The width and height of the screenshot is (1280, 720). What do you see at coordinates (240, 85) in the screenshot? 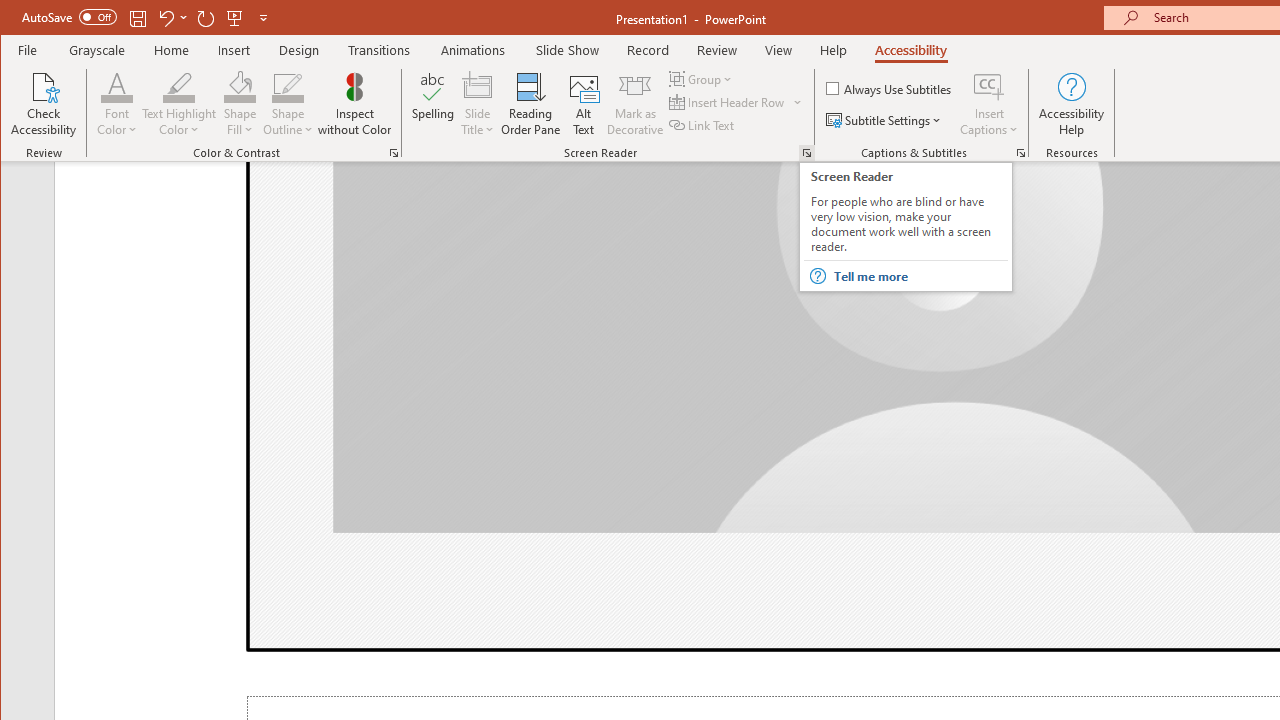
I see `'Shape Fill Orange, Accent 2'` at bounding box center [240, 85].